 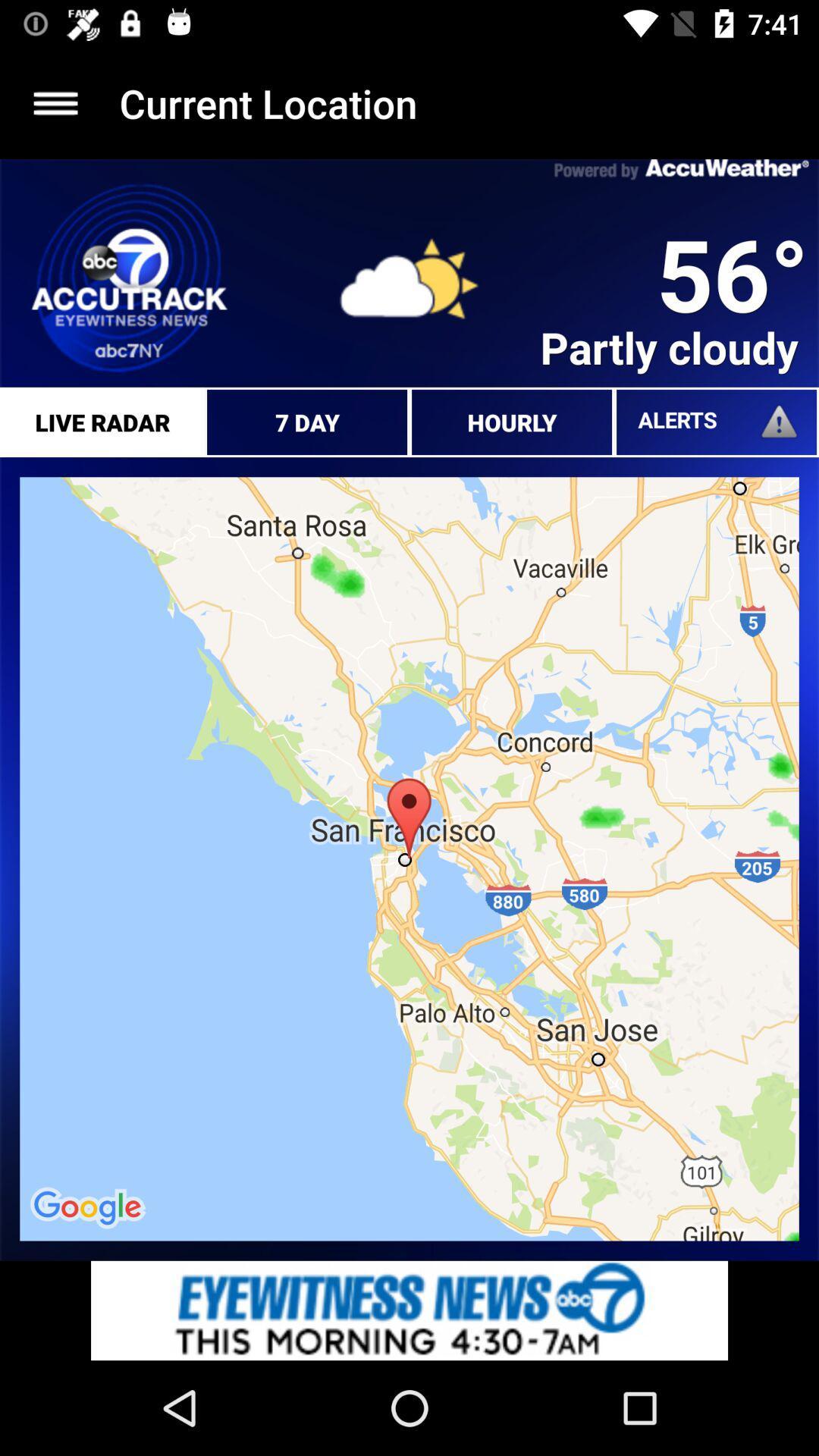 What do you see at coordinates (55, 102) in the screenshot?
I see `the menu icon` at bounding box center [55, 102].